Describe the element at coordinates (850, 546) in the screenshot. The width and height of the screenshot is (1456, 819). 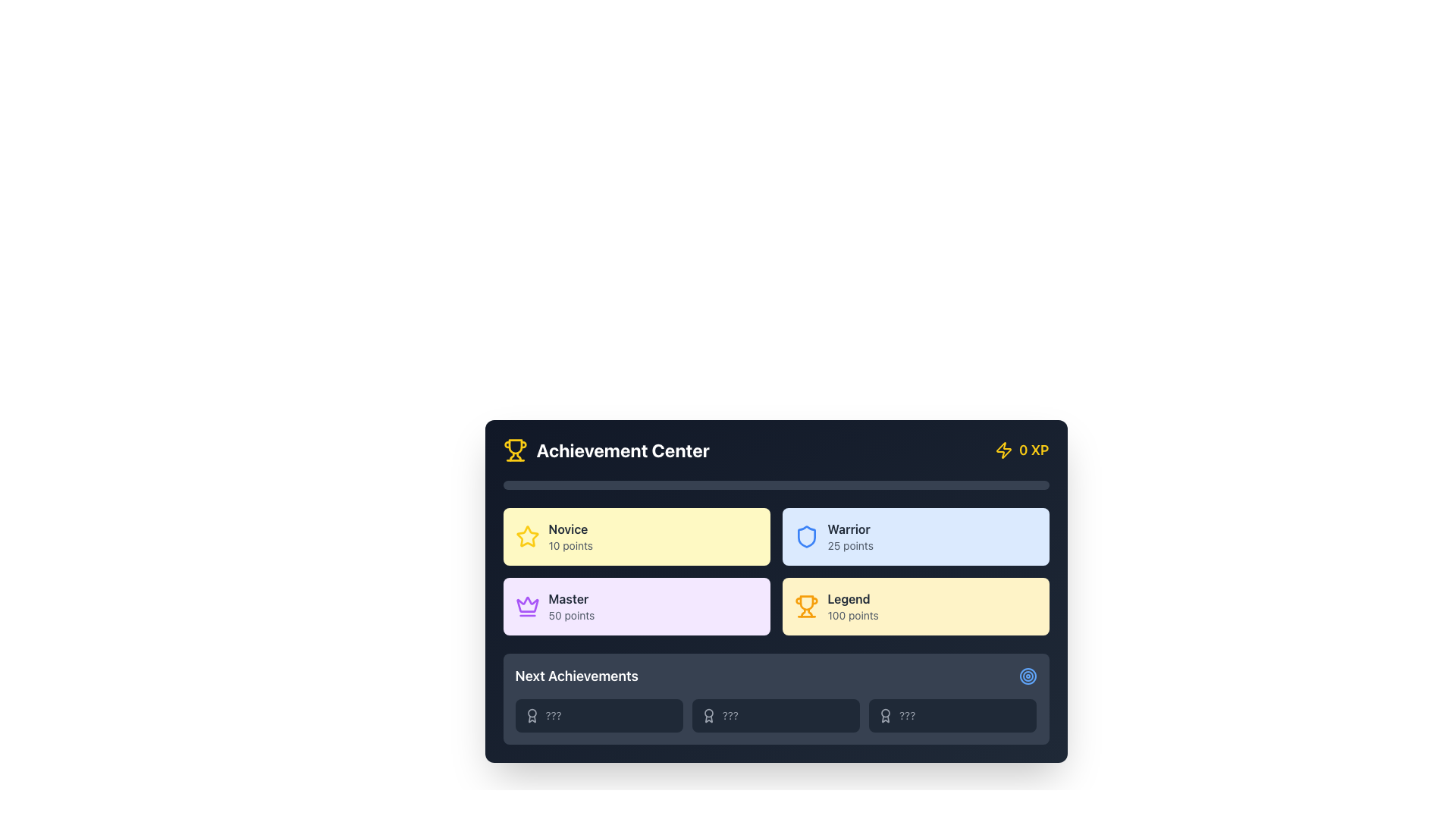
I see `the text label displaying the numeric score for the 'Warrior' category, located in the top-right quadrant of the 'Achievement Center' interface, below the title 'Warrior'` at that location.